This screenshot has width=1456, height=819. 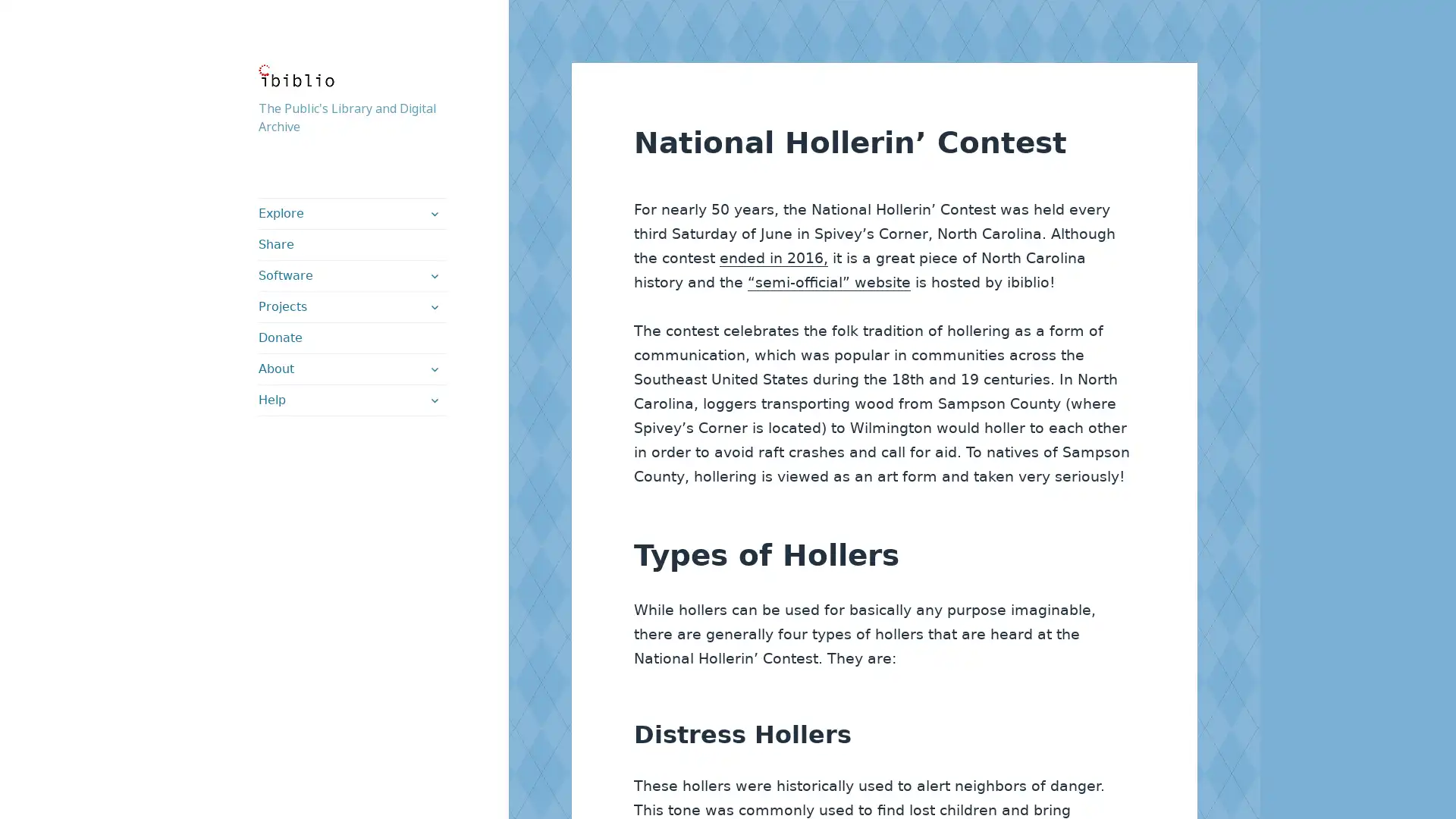 I want to click on expand child menu, so click(x=432, y=275).